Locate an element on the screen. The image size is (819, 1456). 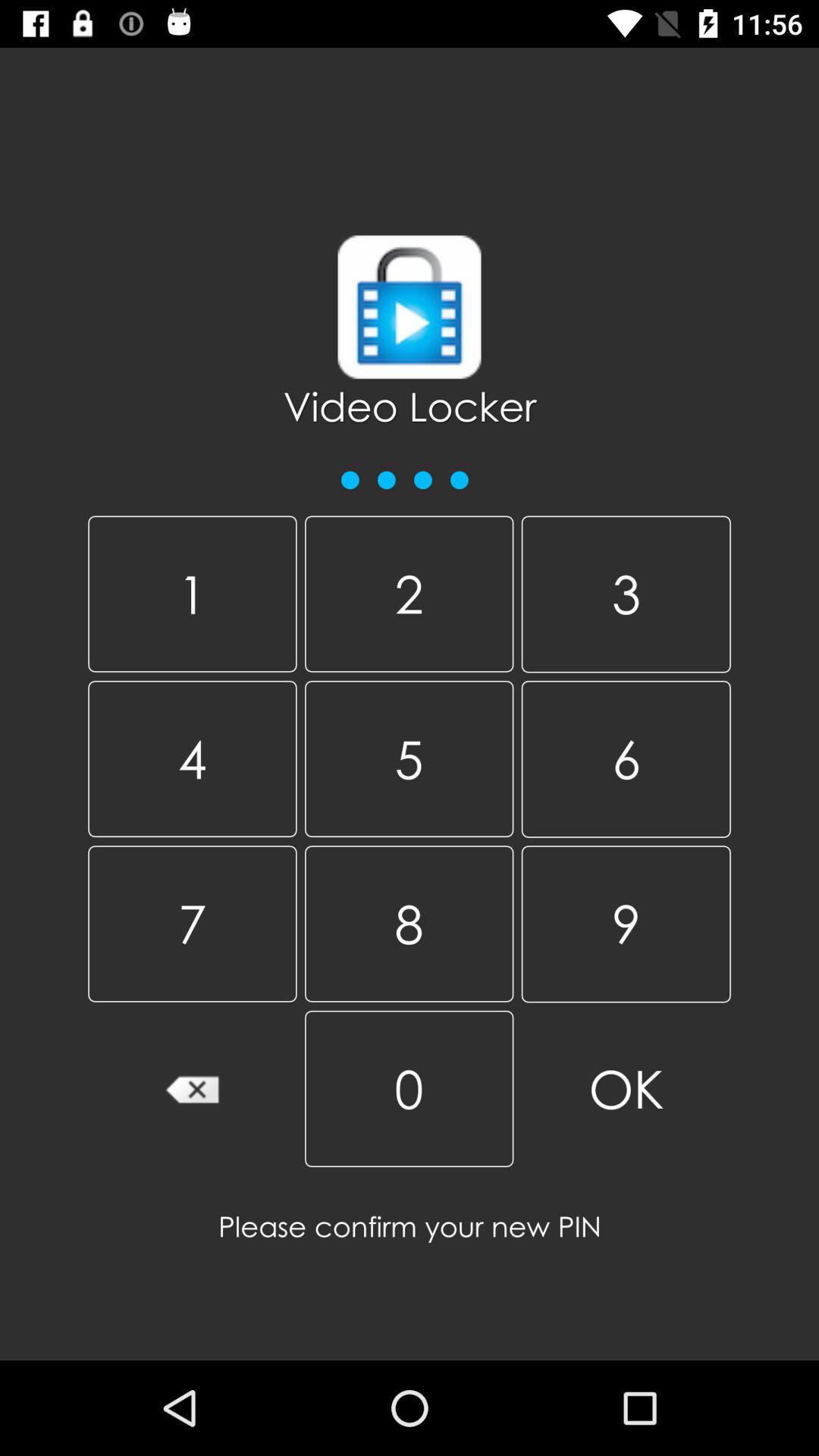
the icon above the 1 icon is located at coordinates (405, 472).